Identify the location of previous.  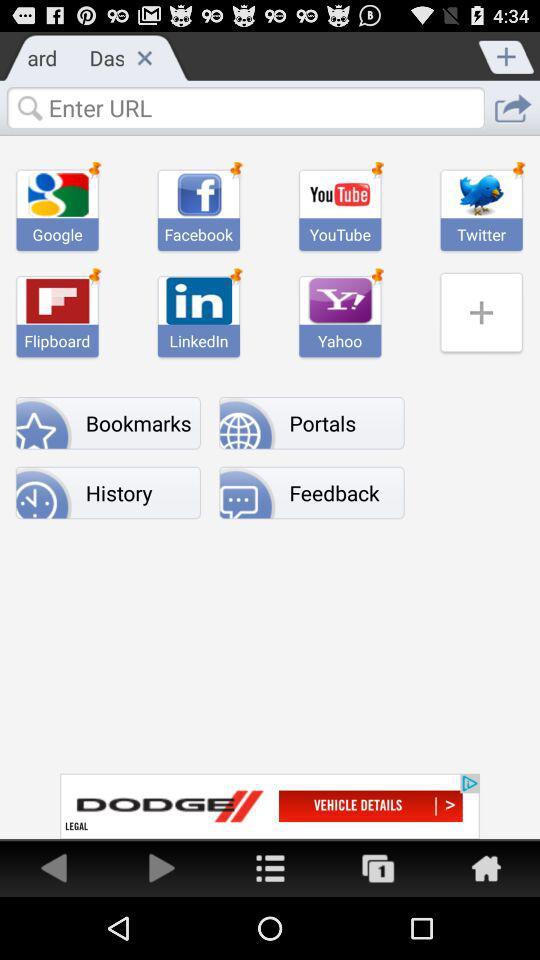
(54, 866).